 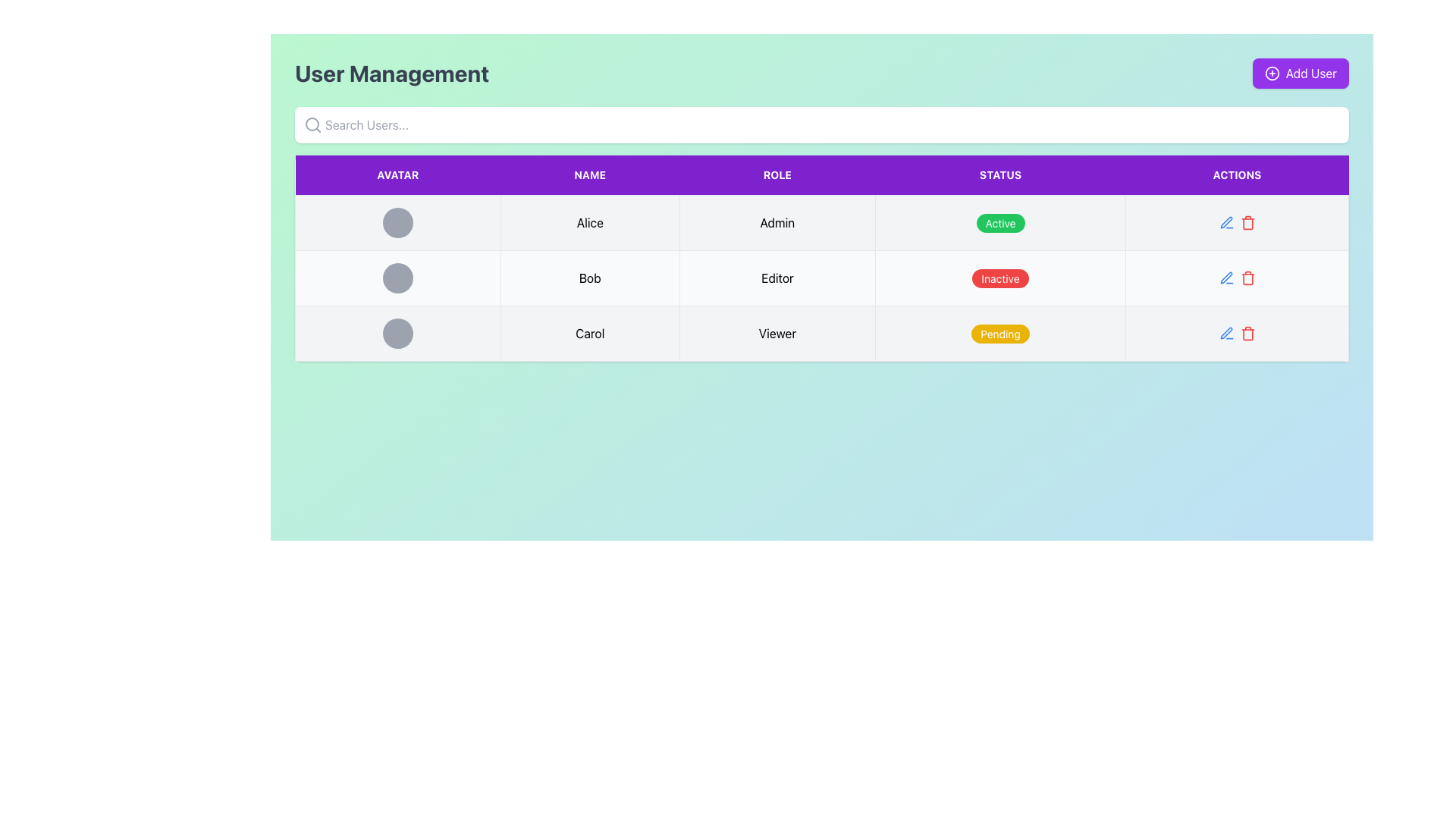 What do you see at coordinates (397, 222) in the screenshot?
I see `the graphical placeholder or avatar display located in the first cell under the 'Avatar' column of the user management table` at bounding box center [397, 222].